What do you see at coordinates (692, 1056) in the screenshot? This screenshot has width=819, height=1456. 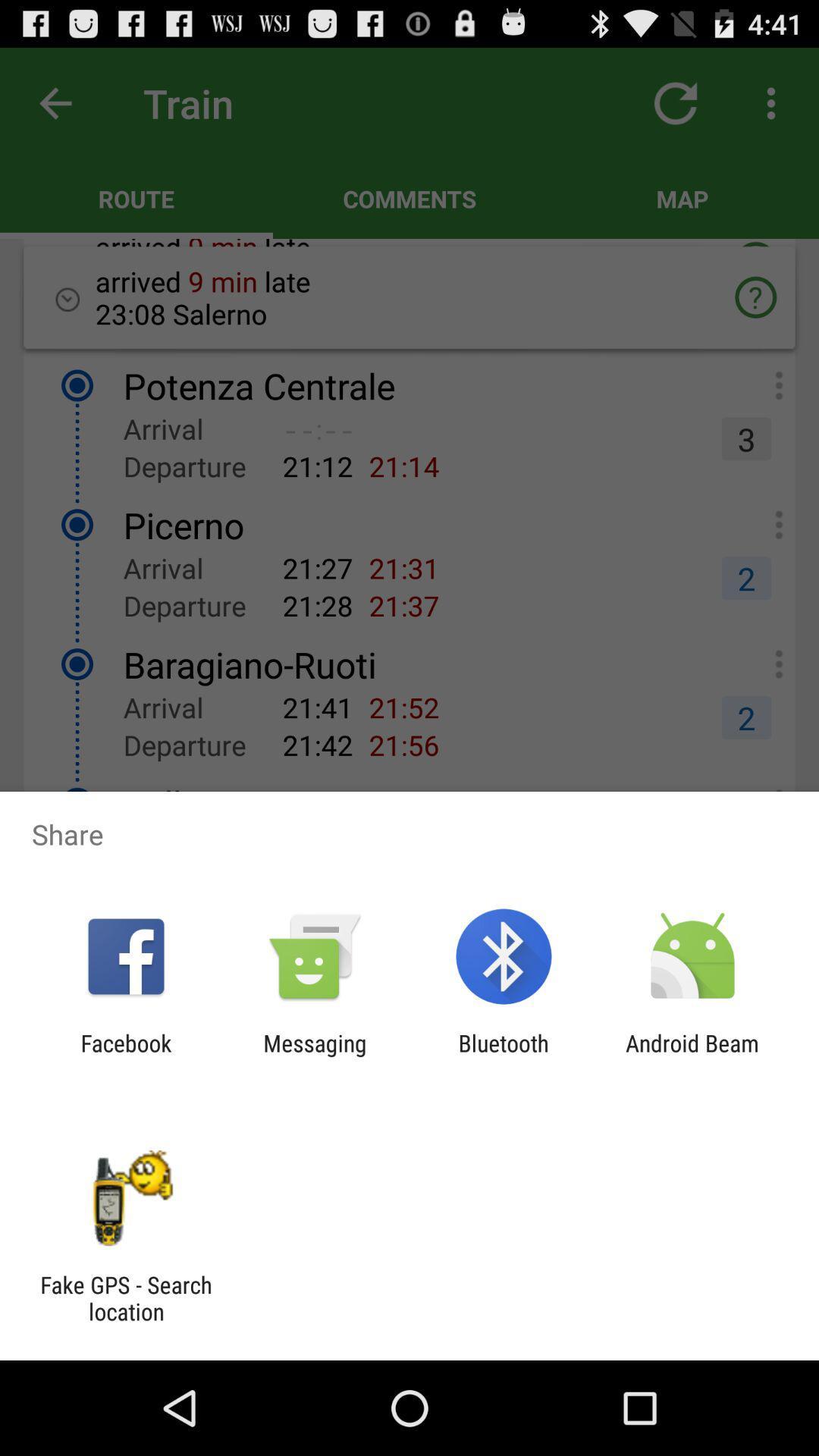 I see `the android beam` at bounding box center [692, 1056].